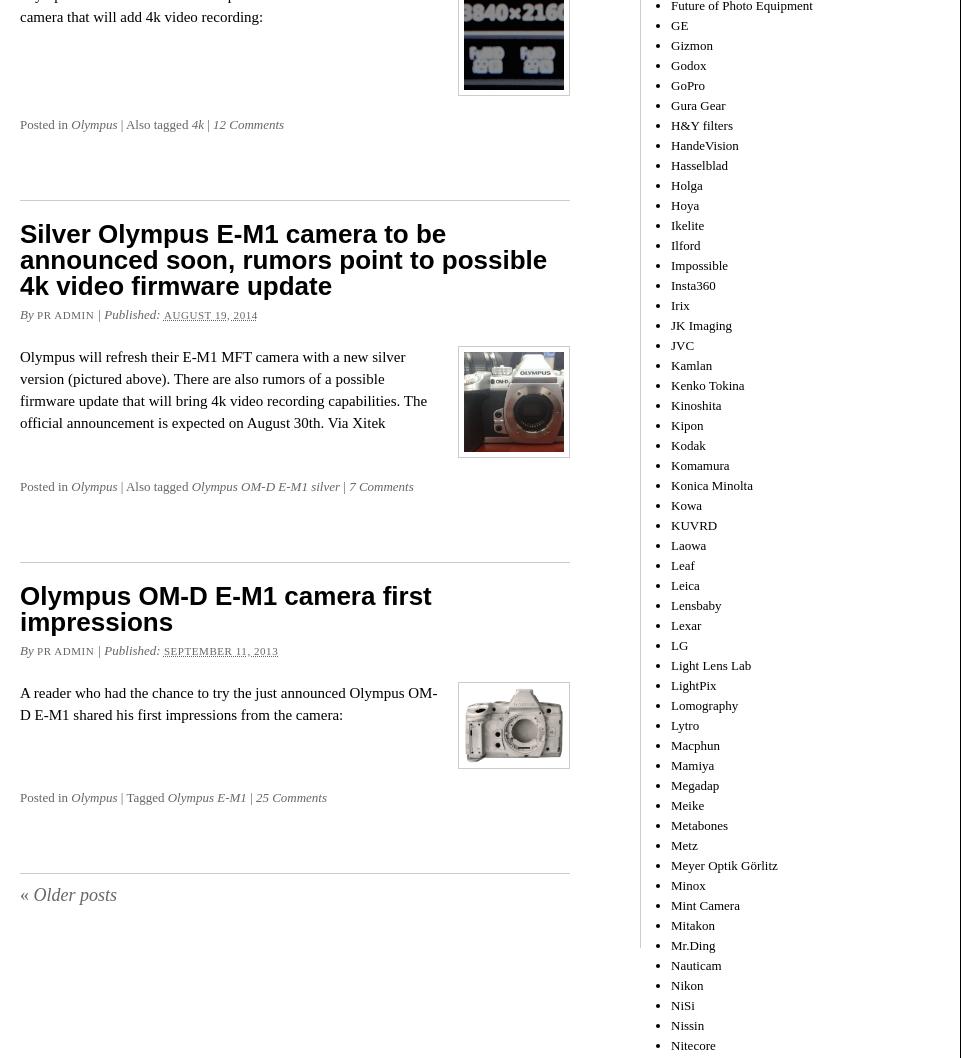 This screenshot has width=961, height=1058. Describe the element at coordinates (264, 485) in the screenshot. I see `'Olympus OM-D E-M1 silver'` at that location.